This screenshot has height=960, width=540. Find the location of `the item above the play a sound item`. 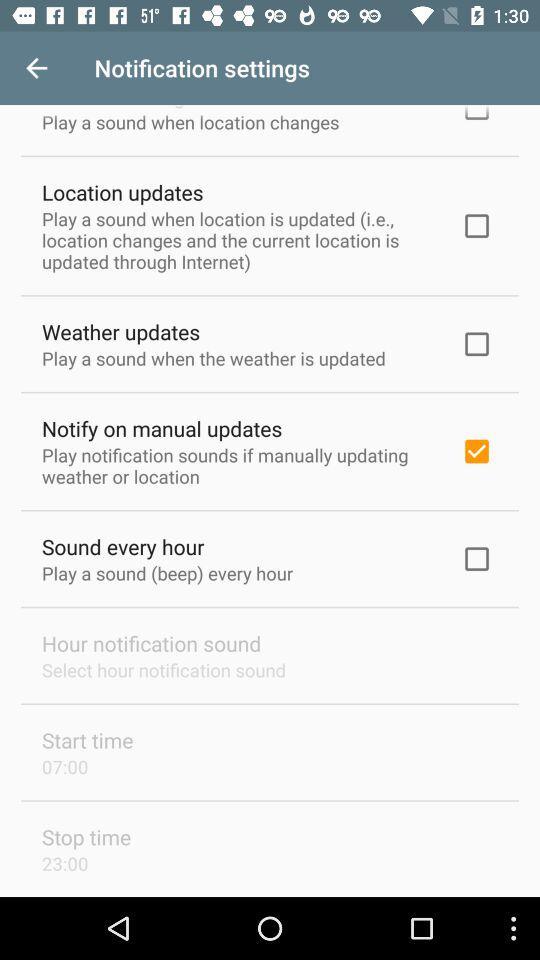

the item above the play a sound item is located at coordinates (122, 192).